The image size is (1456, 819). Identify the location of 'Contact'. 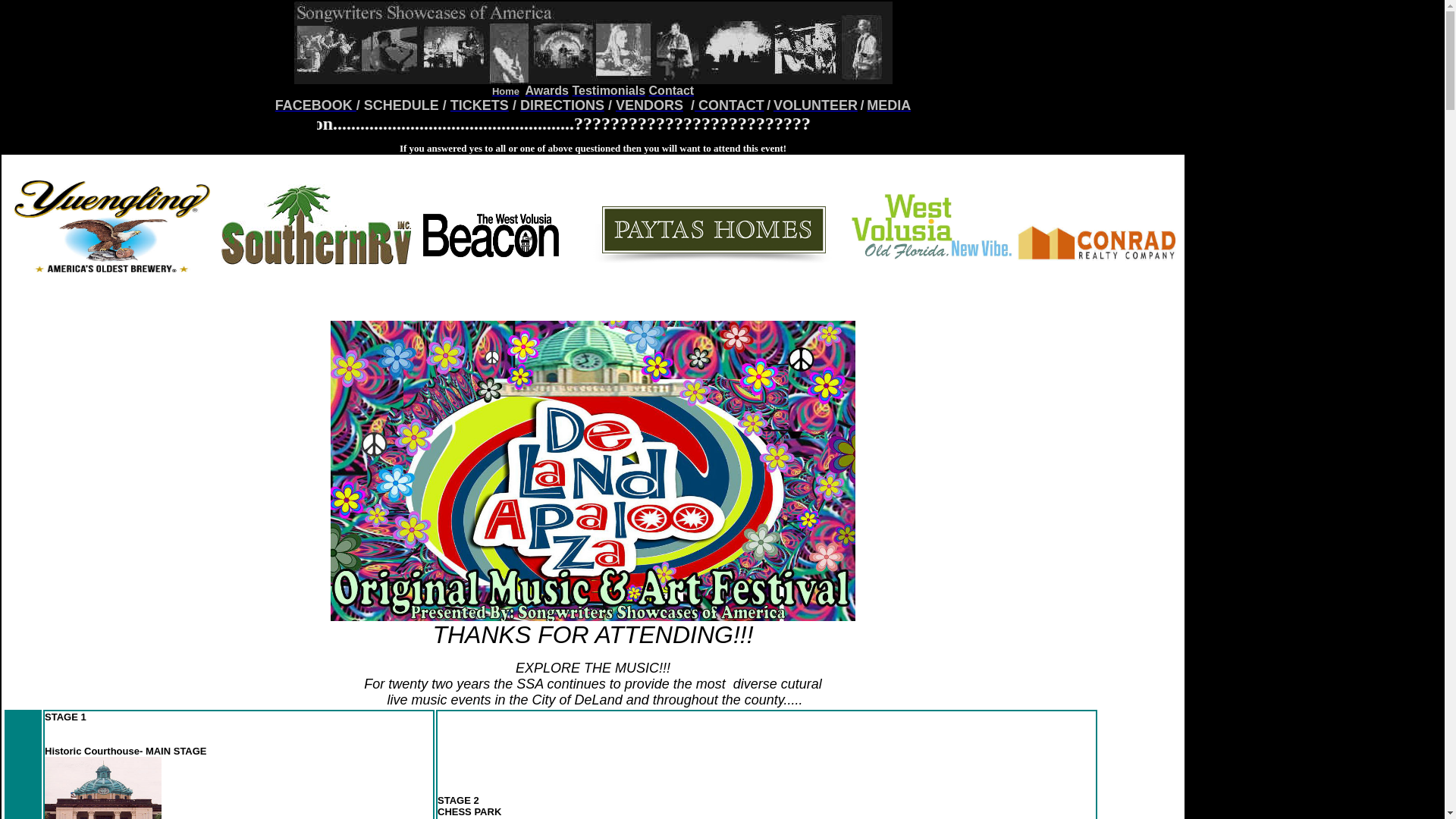
(671, 90).